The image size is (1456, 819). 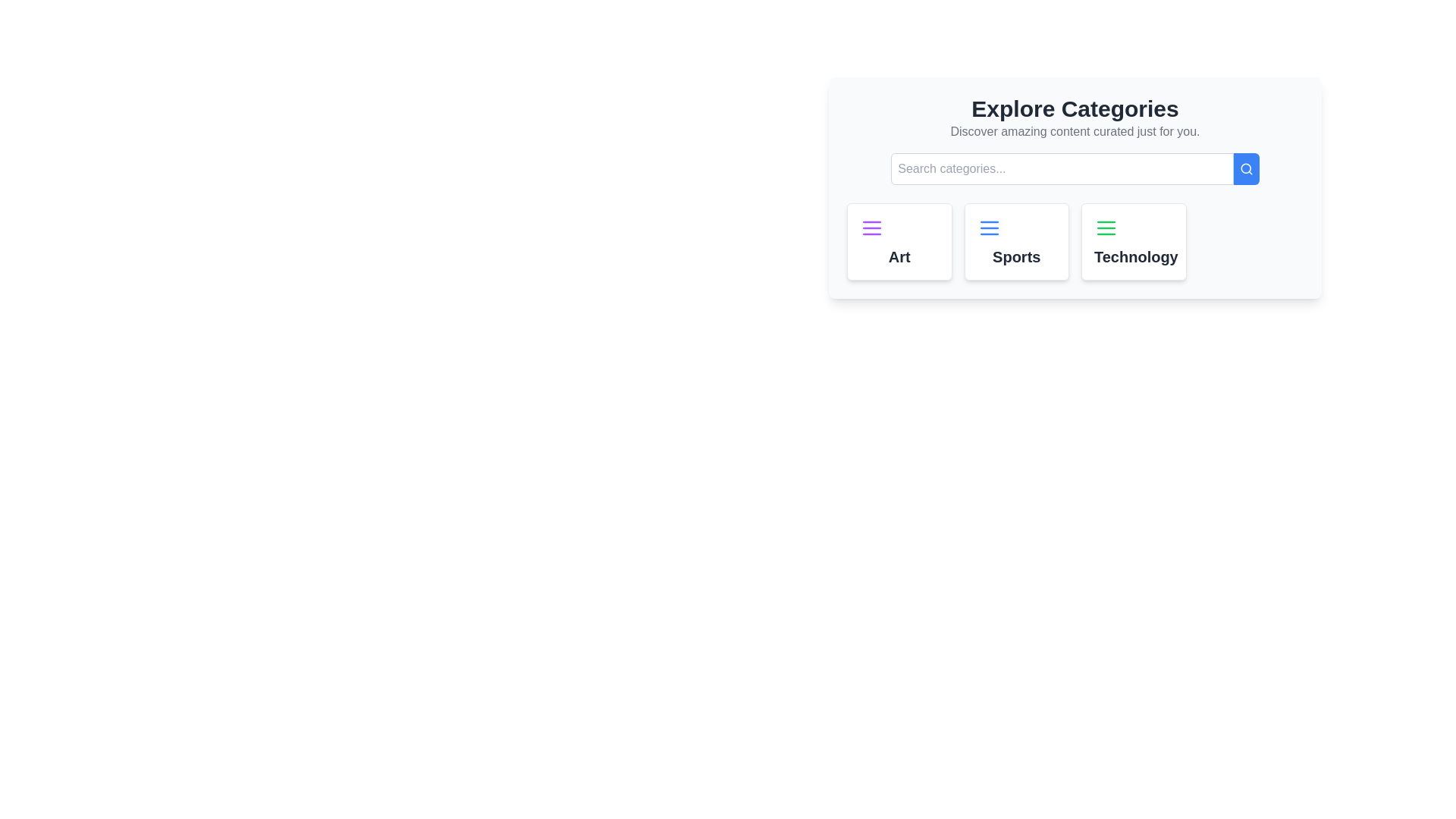 I want to click on the 'Sports' text label that displays the category title, located prominently below a menu icon in the second category option of the 'Explore Categories' section, so click(x=1016, y=256).